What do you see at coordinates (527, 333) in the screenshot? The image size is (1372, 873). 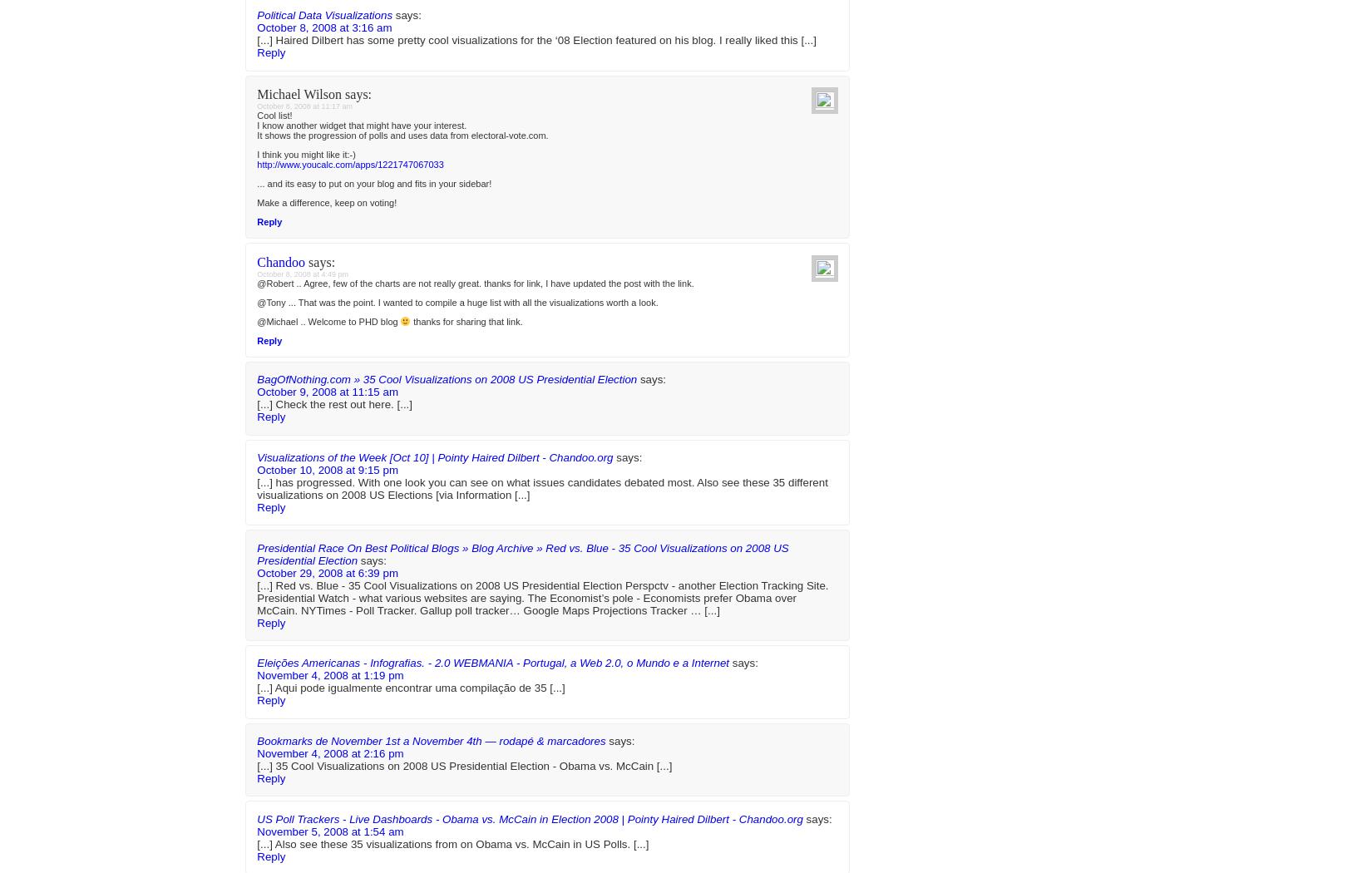 I see `'[...] post by WP-AutoBlog Import   var AdBrite_Title_Color = '0000FF'; var AdBrite_Text_Color = '000000'; var [...]'` at bounding box center [527, 333].